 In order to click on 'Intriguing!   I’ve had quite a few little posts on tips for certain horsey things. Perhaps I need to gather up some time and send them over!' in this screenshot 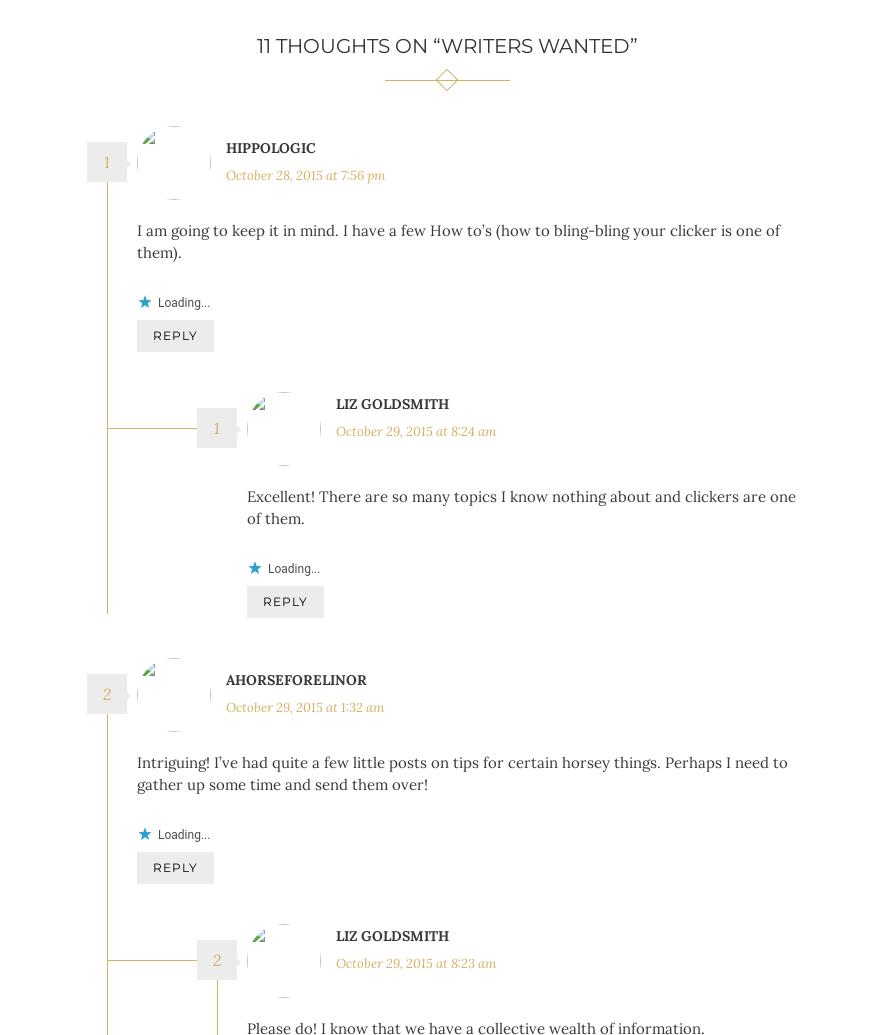, I will do `click(462, 802)`.